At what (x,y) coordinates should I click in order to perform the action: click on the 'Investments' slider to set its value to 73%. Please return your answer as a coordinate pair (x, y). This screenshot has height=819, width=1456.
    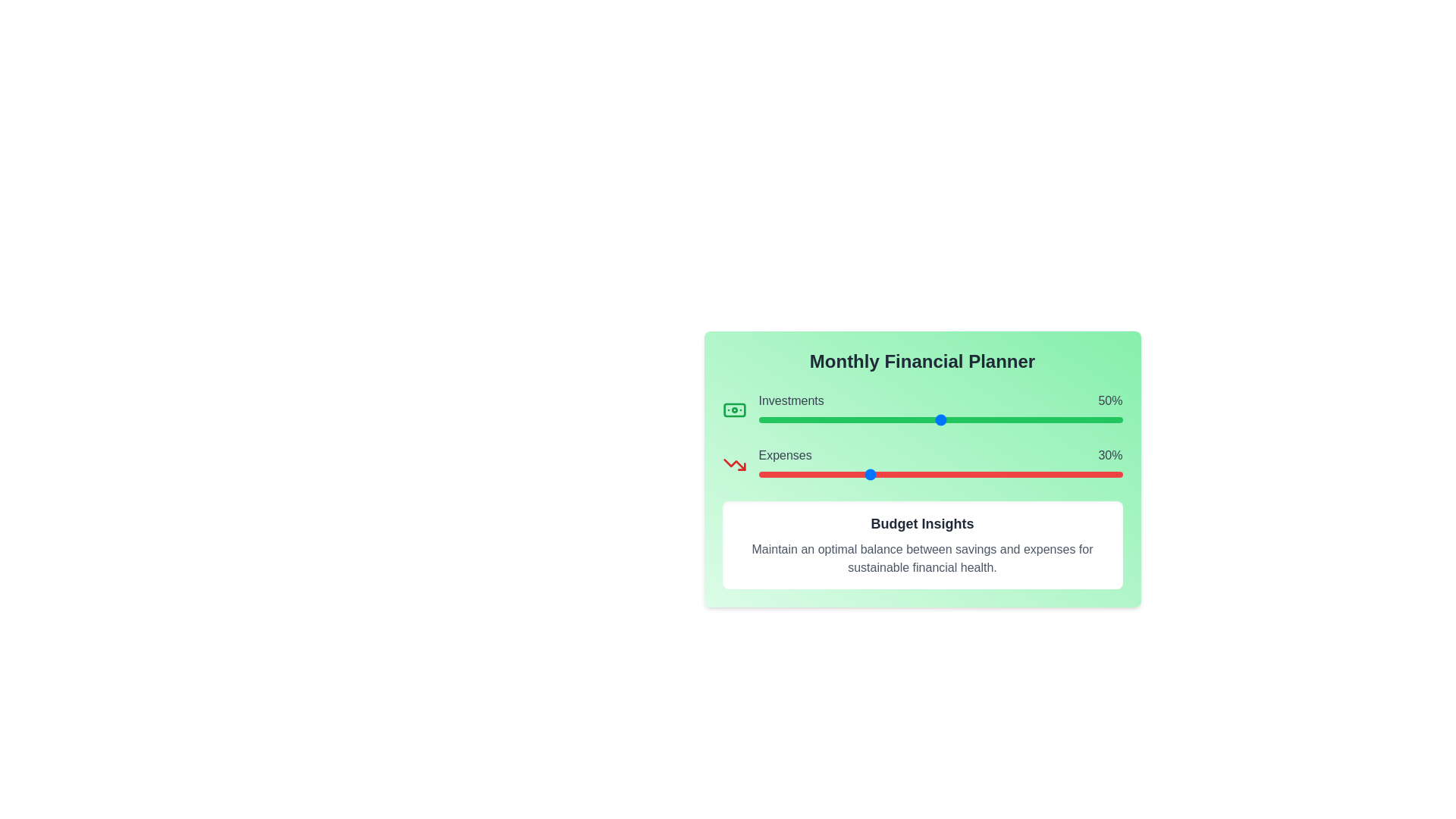
    Looking at the image, I should click on (1024, 420).